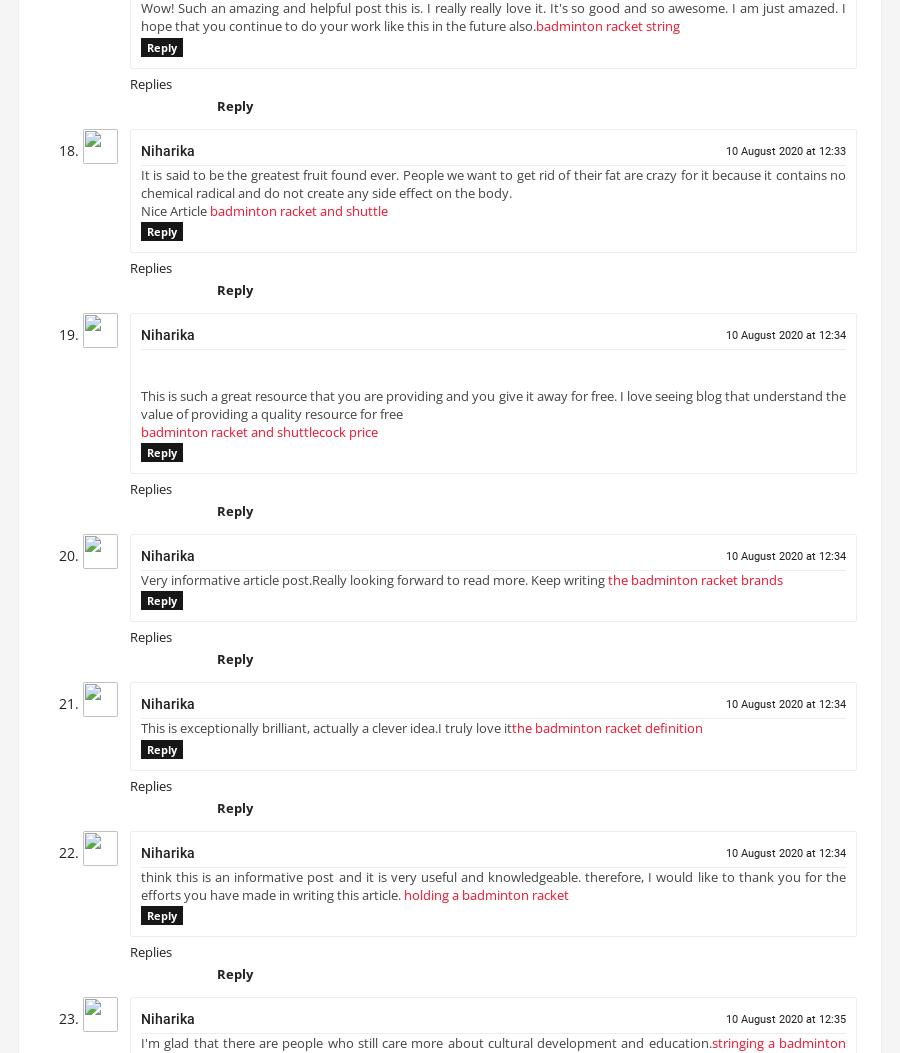  What do you see at coordinates (608, 34) in the screenshot?
I see `'badminton racket string'` at bounding box center [608, 34].